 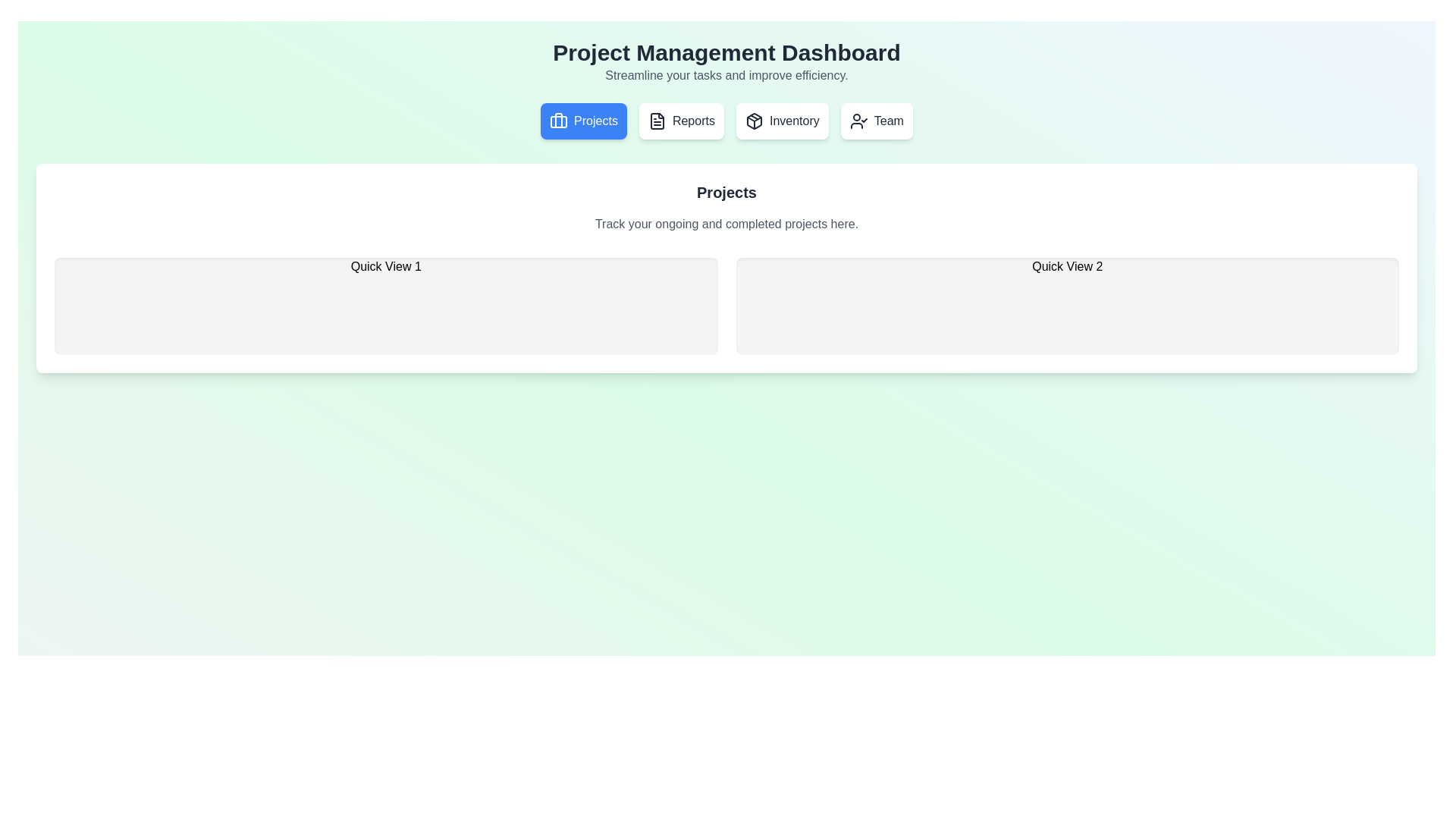 What do you see at coordinates (726, 192) in the screenshot?
I see `the 'Projects' text label, which serves as a title or heading within a white panel, positioned above the subtitle 'Track your ongoing and completed projects here.'` at bounding box center [726, 192].